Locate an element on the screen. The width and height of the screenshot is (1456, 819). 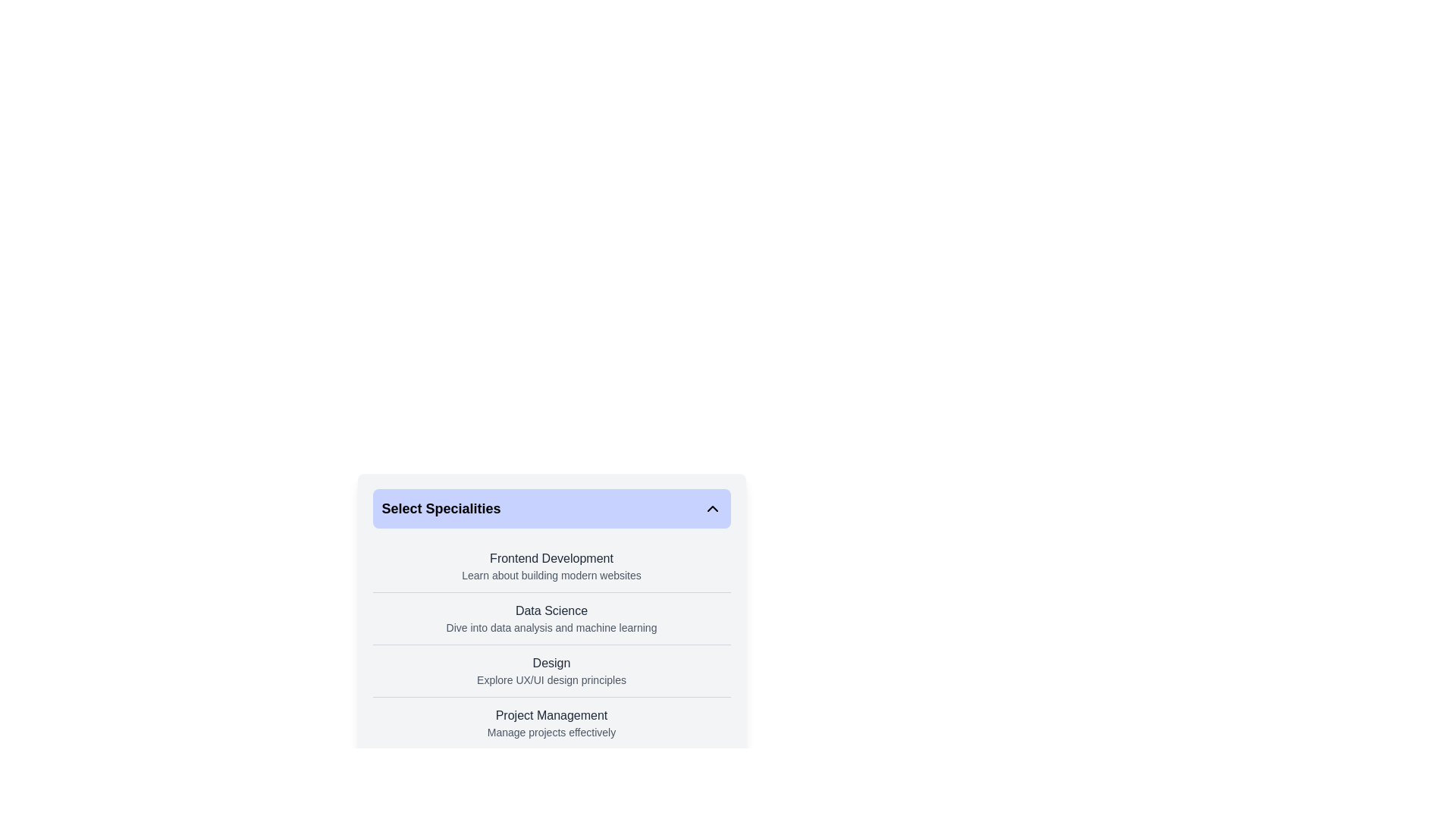
the static text label element that displays 'Explore UX/UI design principles', which is located directly beneath the 'Design' heading and is styled in a grayish color is located at coordinates (551, 679).